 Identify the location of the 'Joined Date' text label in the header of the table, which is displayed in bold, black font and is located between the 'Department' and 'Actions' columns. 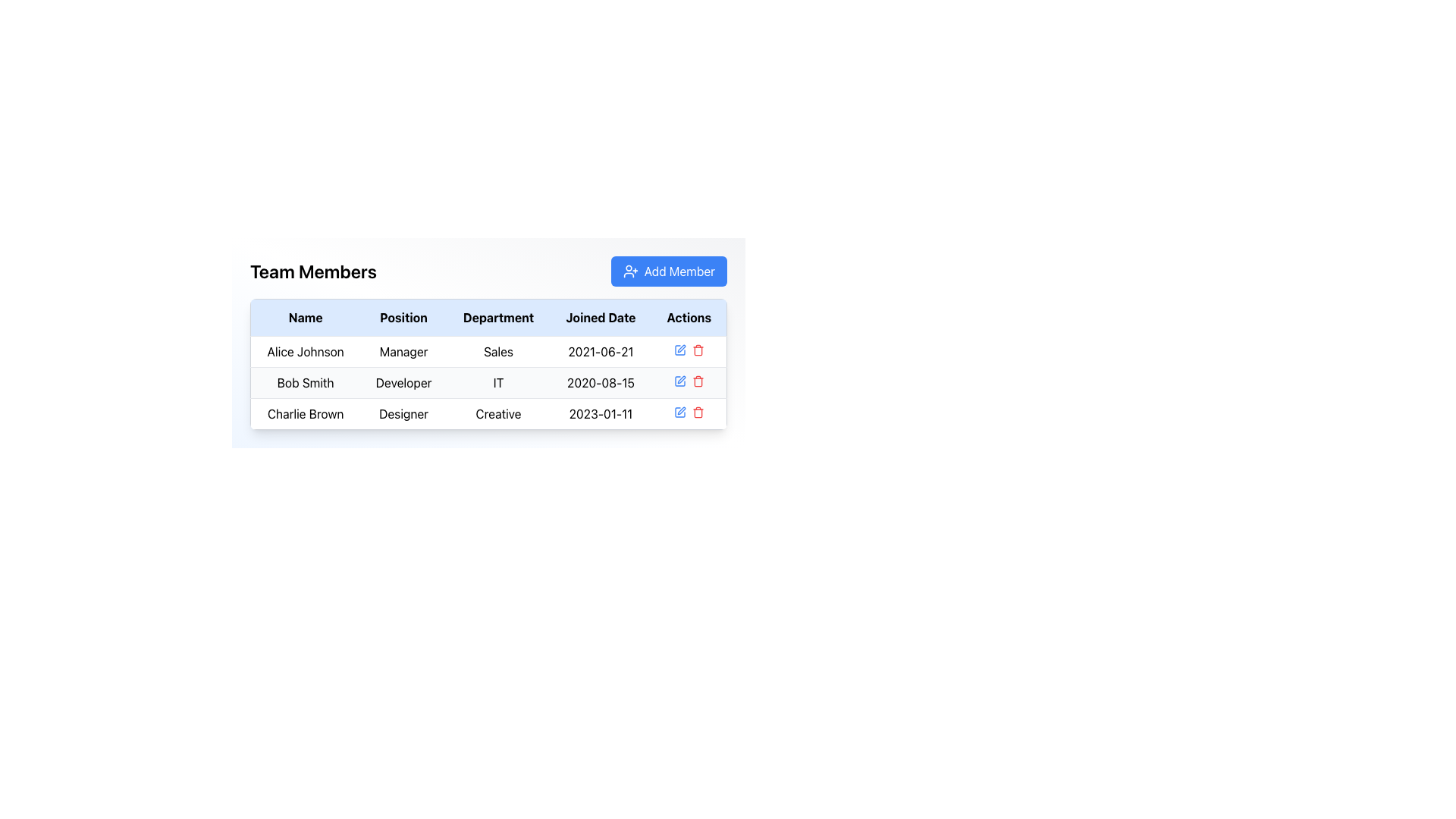
(600, 317).